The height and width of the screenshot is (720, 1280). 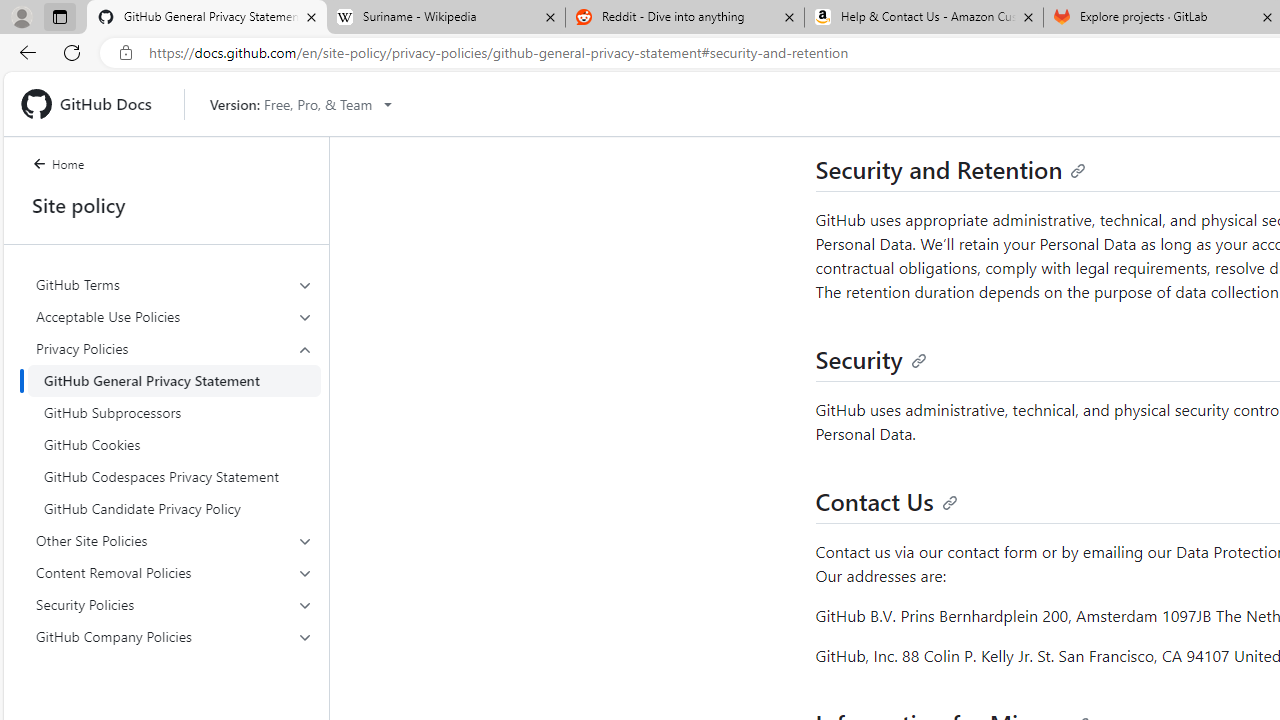 What do you see at coordinates (174, 573) in the screenshot?
I see `'Content Removal Policies'` at bounding box center [174, 573].